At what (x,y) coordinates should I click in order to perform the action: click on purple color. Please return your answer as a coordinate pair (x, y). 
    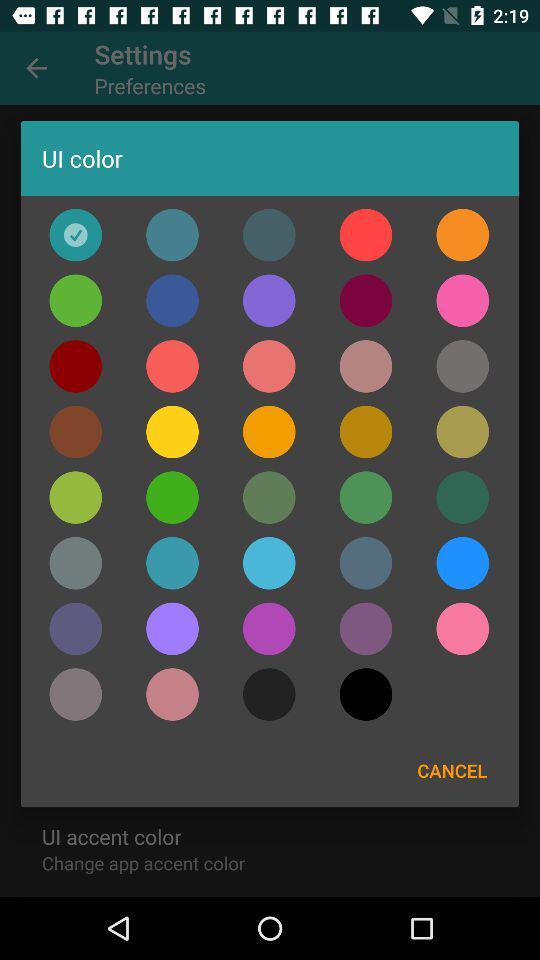
    Looking at the image, I should click on (172, 627).